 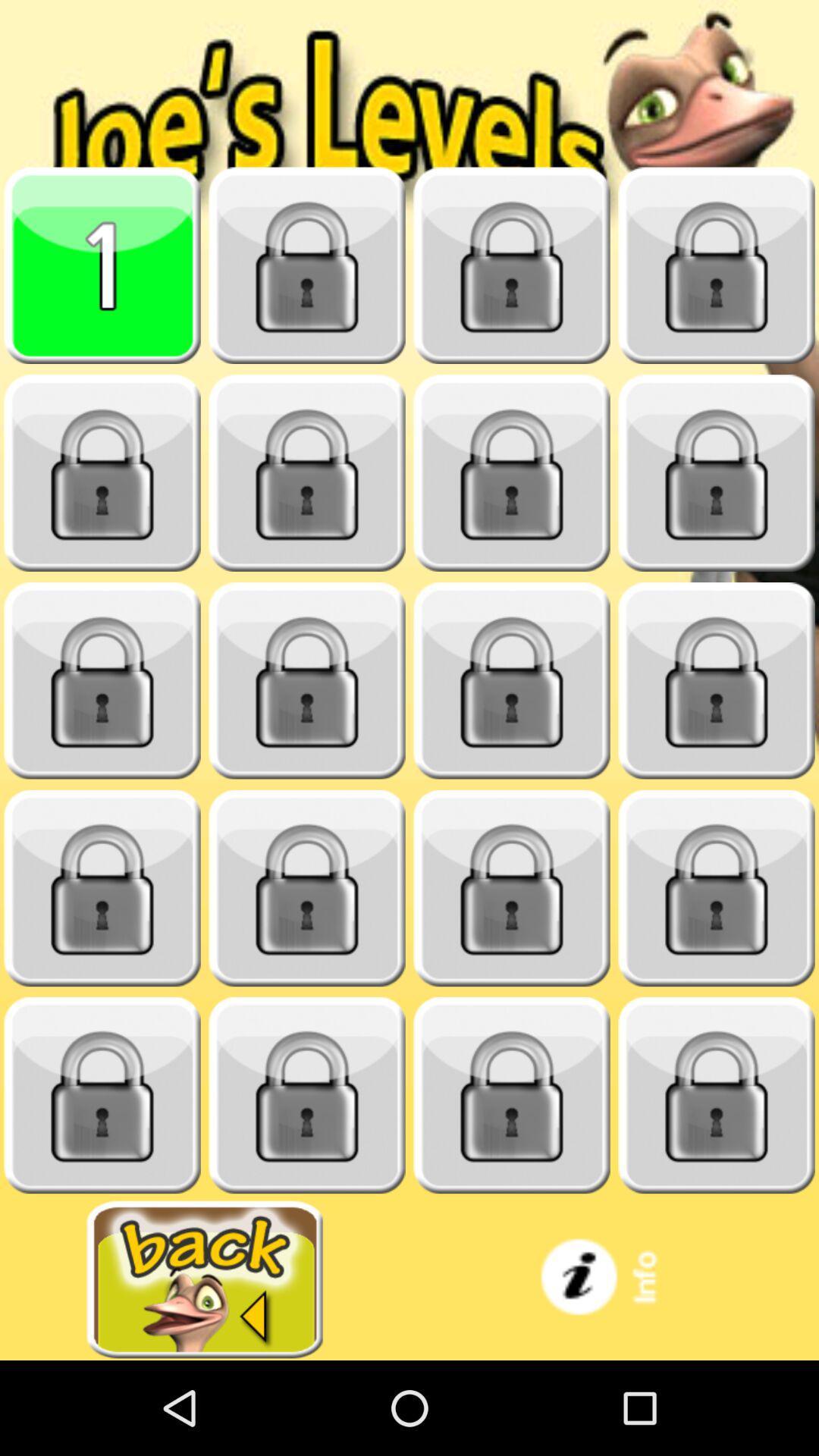 I want to click on blocked, so click(x=102, y=680).